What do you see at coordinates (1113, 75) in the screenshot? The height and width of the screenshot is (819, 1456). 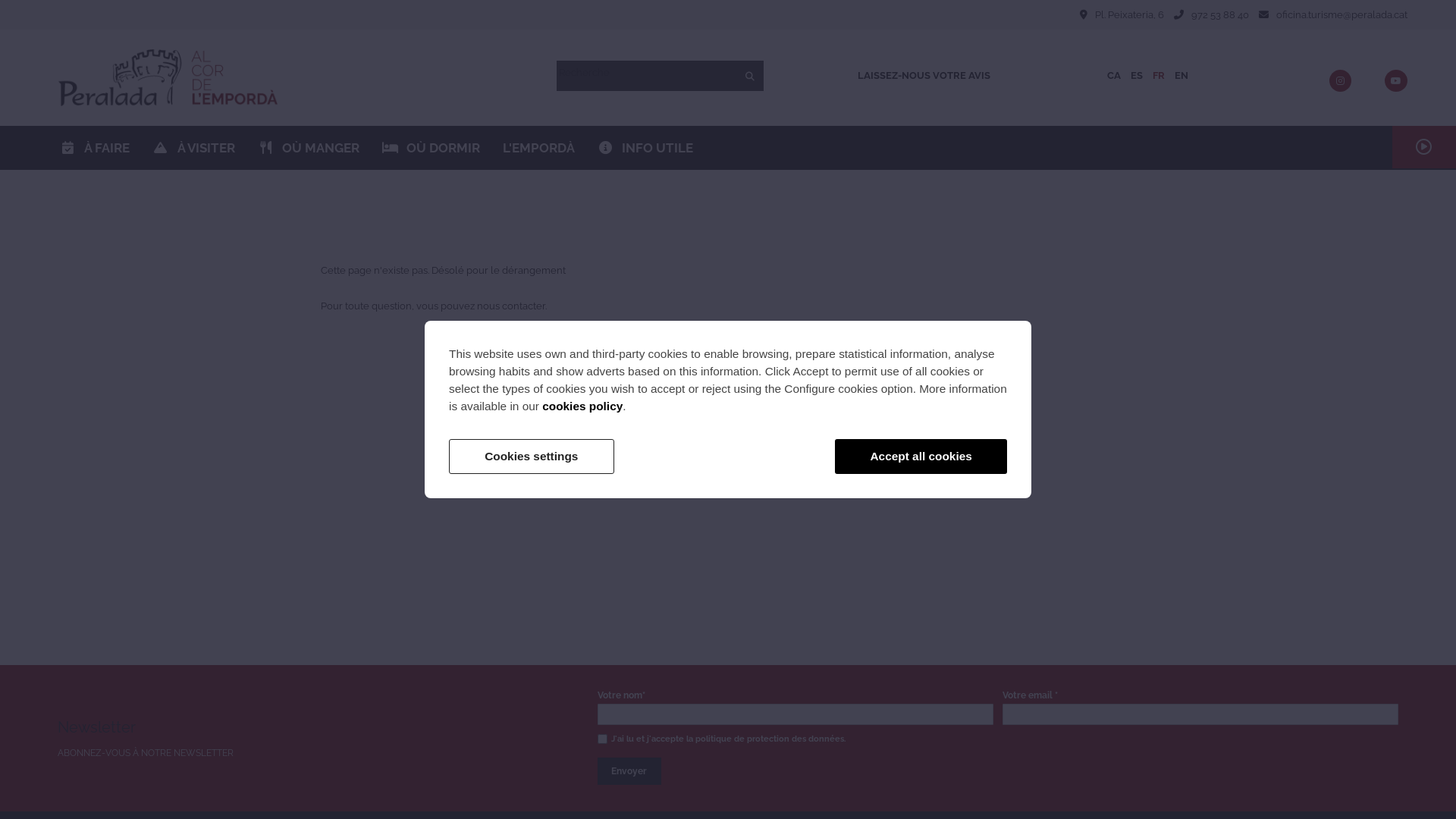 I see `'CA'` at bounding box center [1113, 75].